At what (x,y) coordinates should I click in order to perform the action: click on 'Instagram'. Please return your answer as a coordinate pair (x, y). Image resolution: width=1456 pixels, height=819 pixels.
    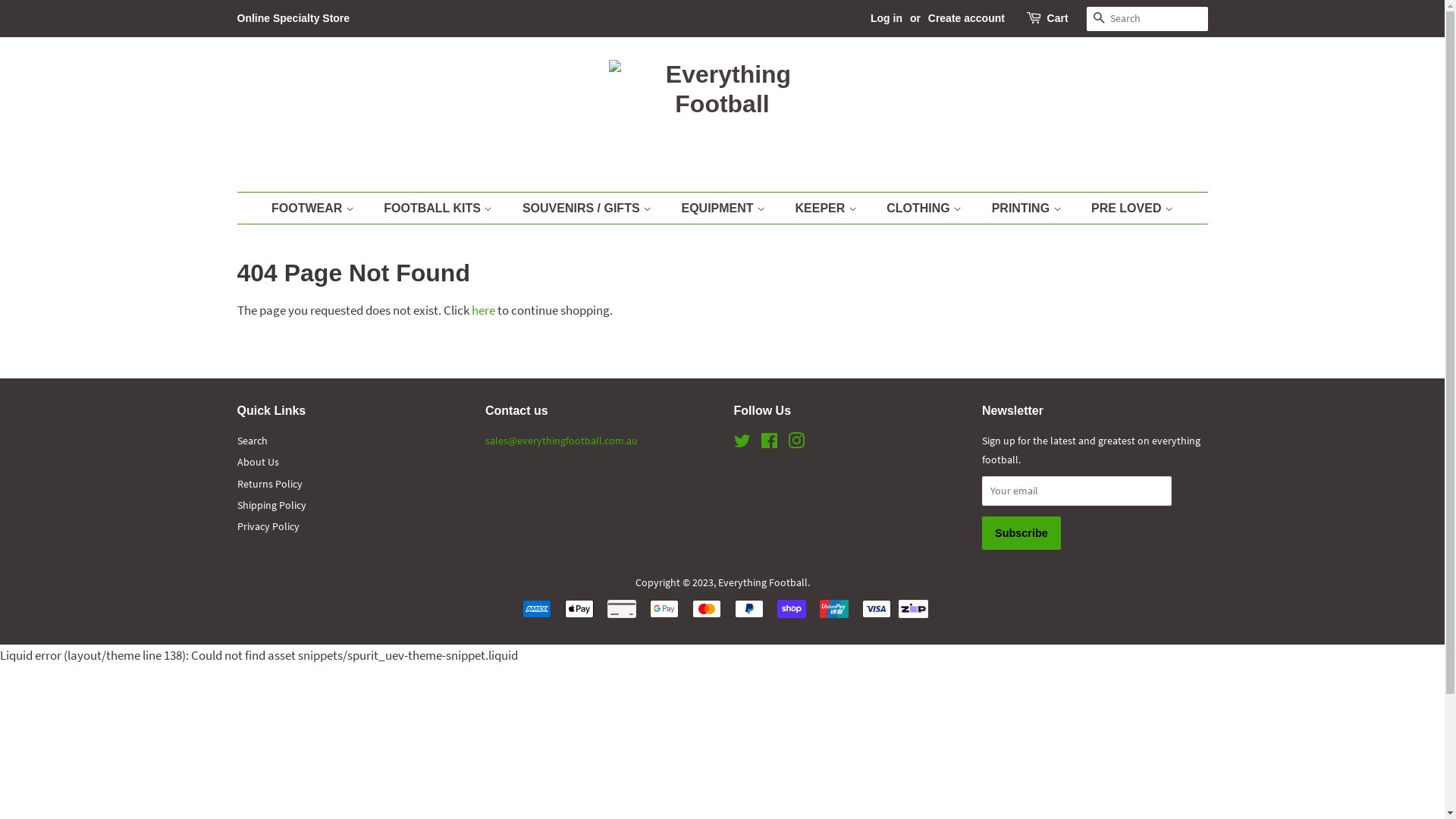
    Looking at the image, I should click on (786, 444).